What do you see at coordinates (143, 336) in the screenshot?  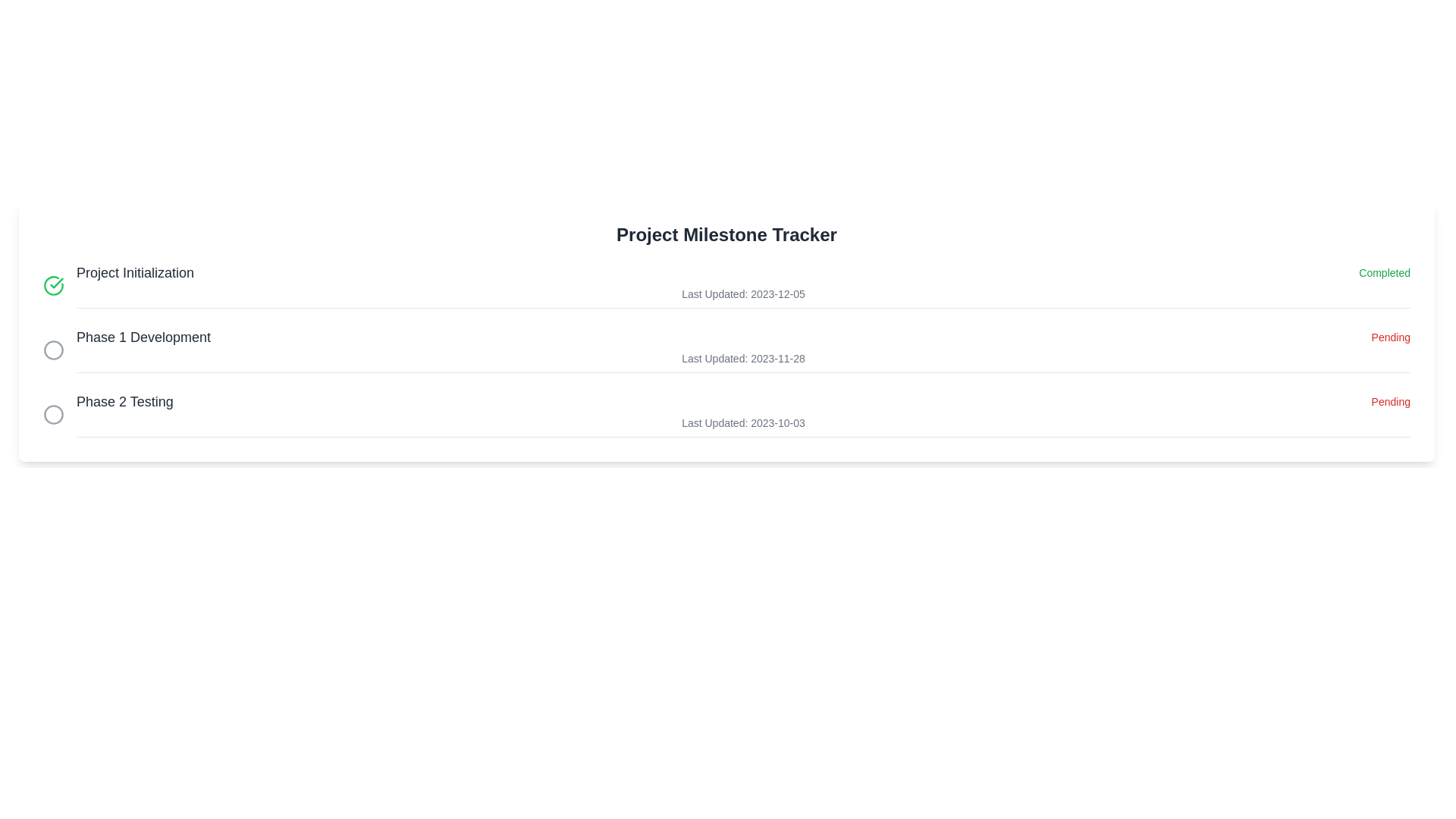 I see `the Text Label that represents the name of the second milestone in the project tracking system, located directly after 'Project Initialization' and above 'Phase 2 Testing'` at bounding box center [143, 336].